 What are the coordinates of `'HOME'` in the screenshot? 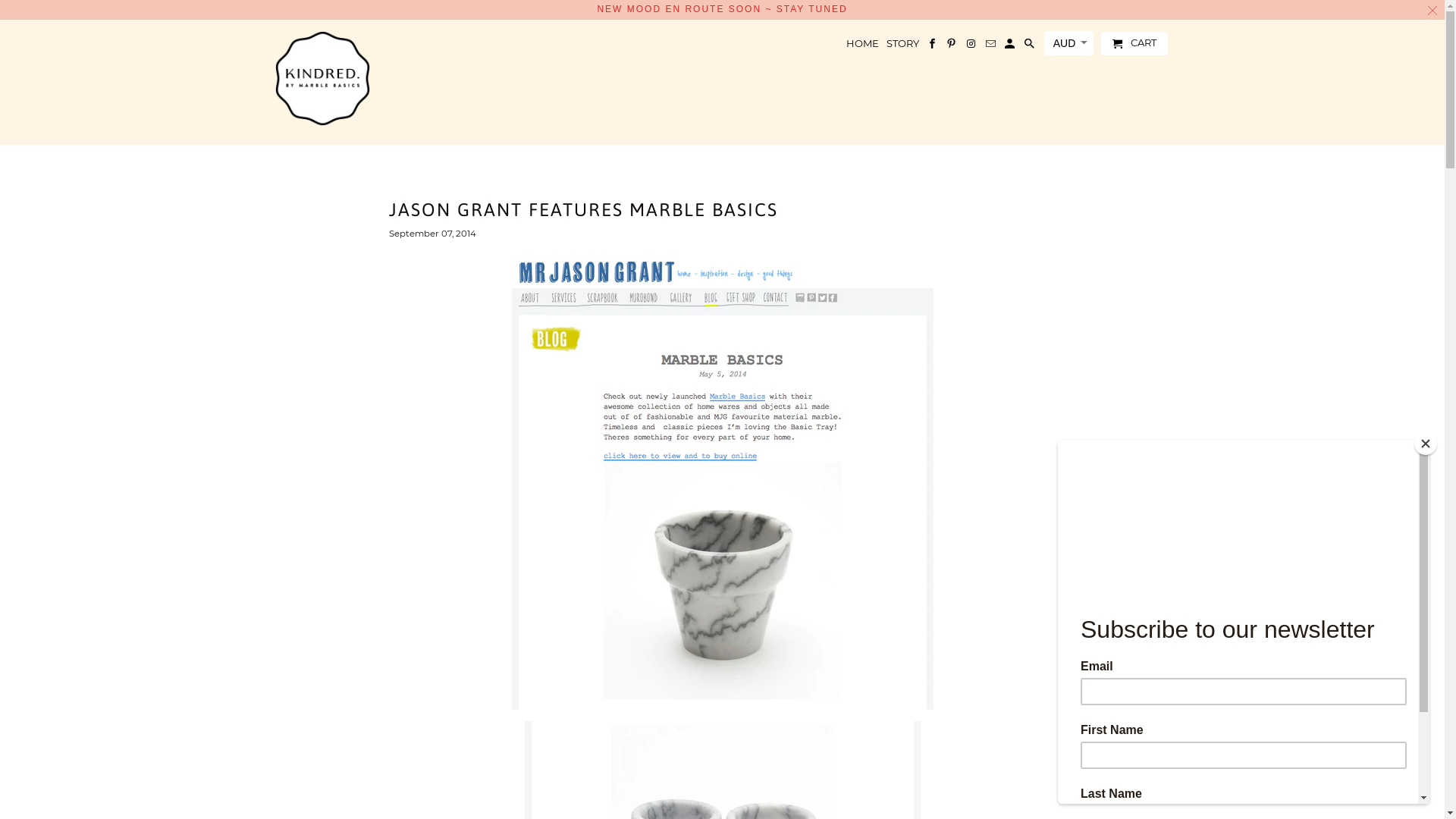 It's located at (862, 45).